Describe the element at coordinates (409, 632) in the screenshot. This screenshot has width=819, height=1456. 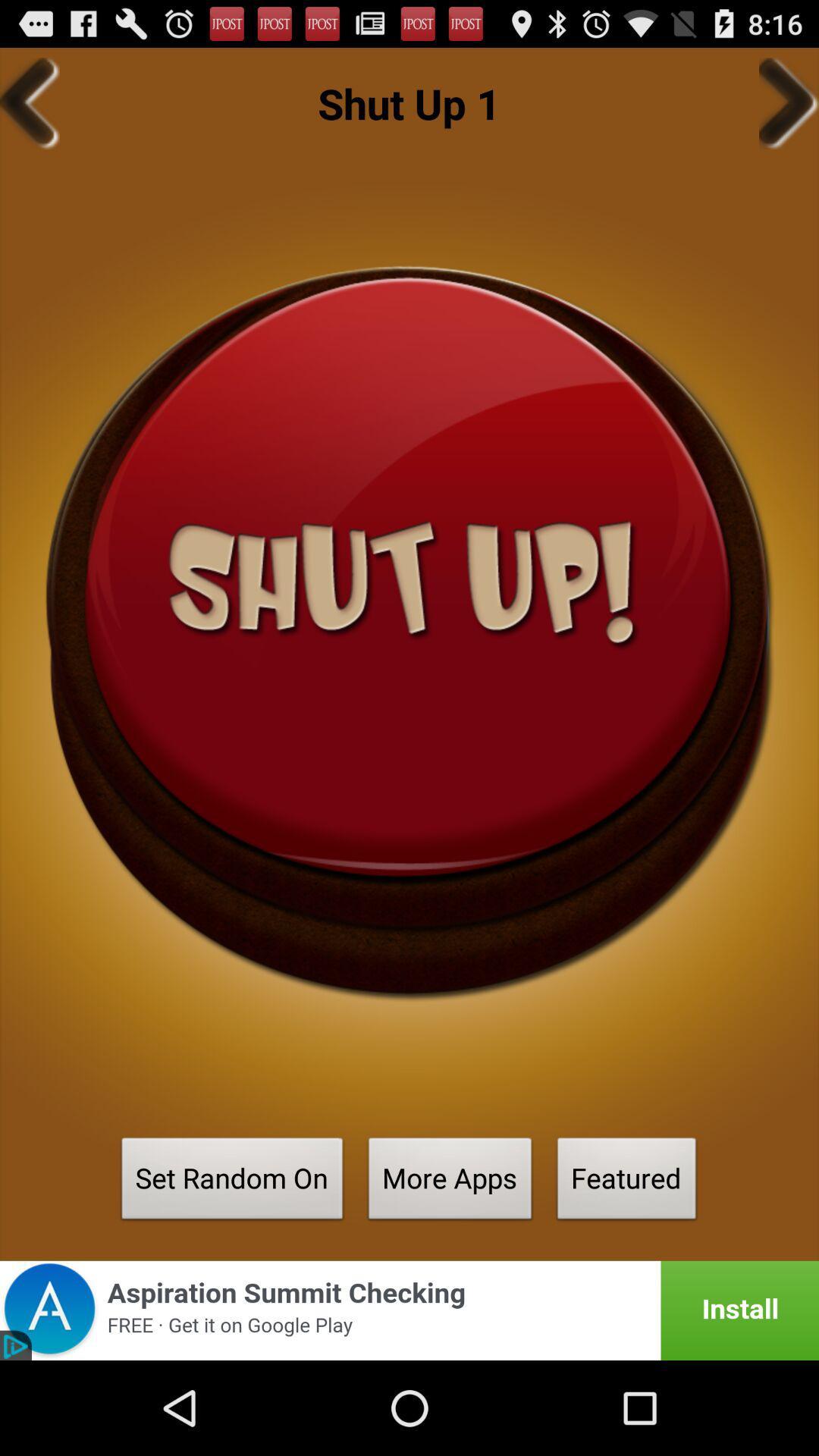
I see `current option` at that location.